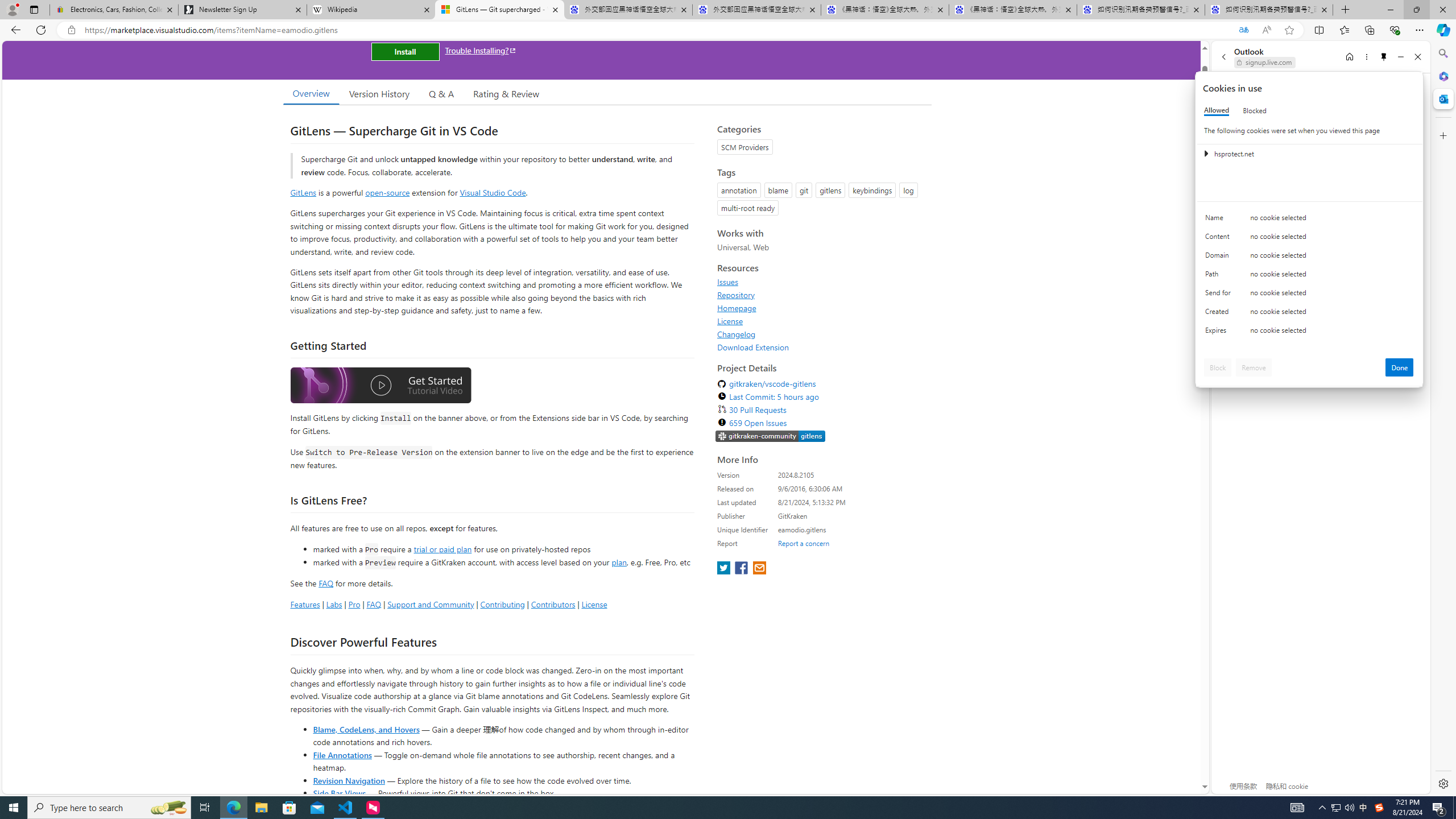 This screenshot has width=1456, height=819. I want to click on 'Send for', so click(1219, 295).